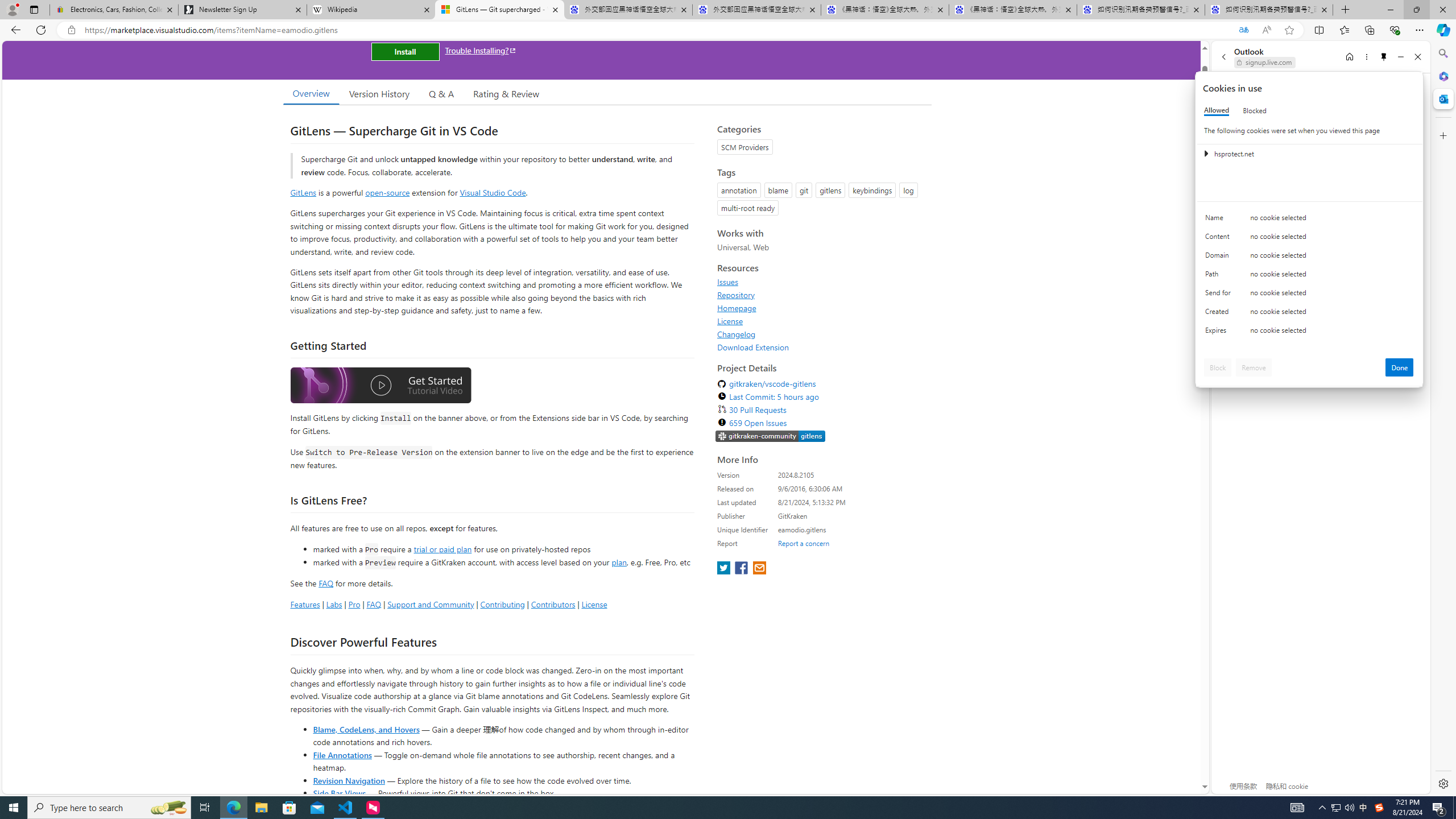 This screenshot has width=1456, height=819. I want to click on 'Send for', so click(1219, 295).